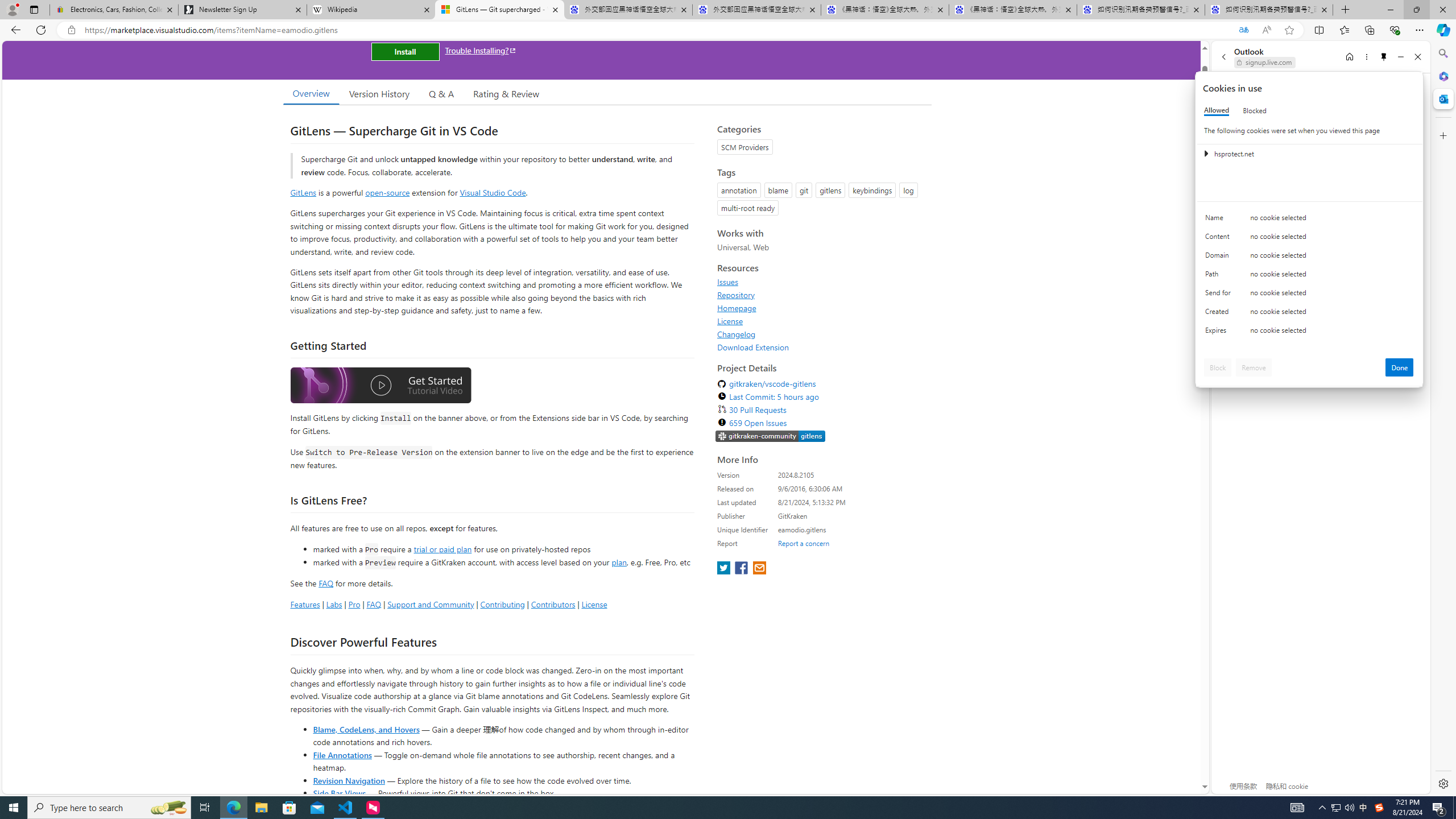 This screenshot has width=1456, height=819. I want to click on 'Send for', so click(1219, 295).